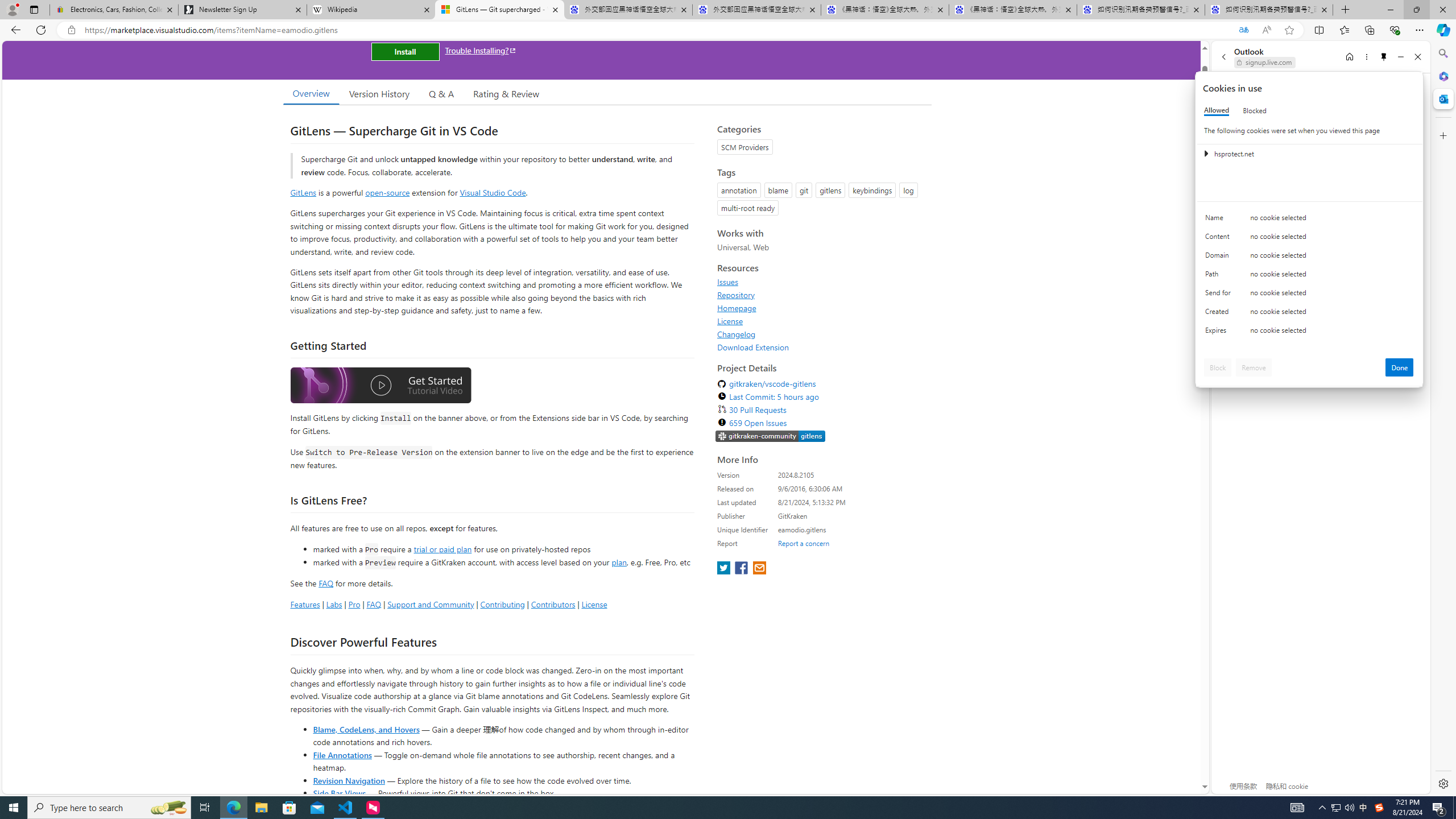 This screenshot has width=1456, height=819. I want to click on 'Send for', so click(1219, 295).